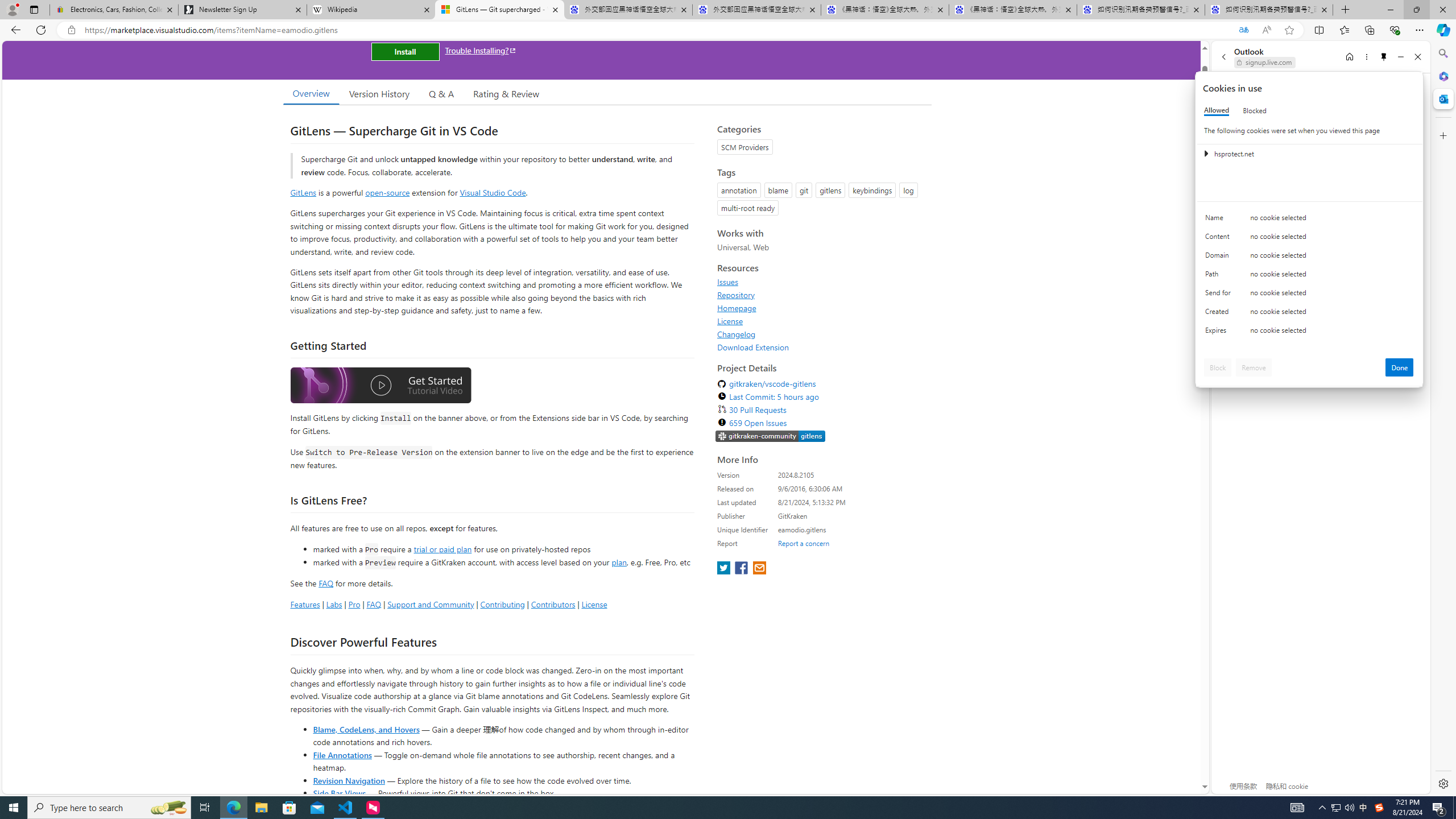 This screenshot has width=1456, height=819. I want to click on 'Send for', so click(1219, 295).